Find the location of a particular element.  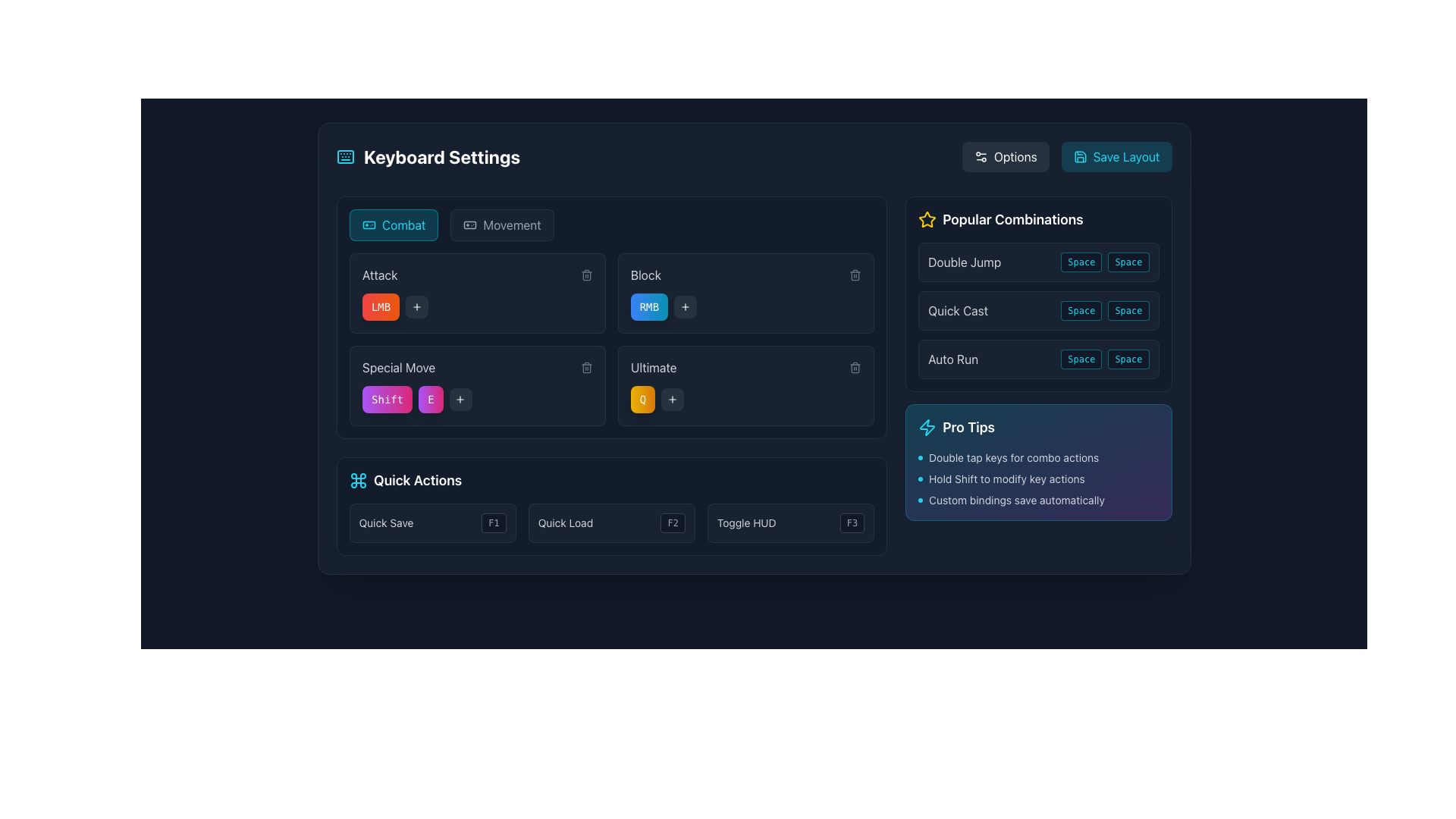

the floppy disk icon, which is cyan and located inside the 'Save Layout' button, positioned to the left of the text is located at coordinates (1079, 157).